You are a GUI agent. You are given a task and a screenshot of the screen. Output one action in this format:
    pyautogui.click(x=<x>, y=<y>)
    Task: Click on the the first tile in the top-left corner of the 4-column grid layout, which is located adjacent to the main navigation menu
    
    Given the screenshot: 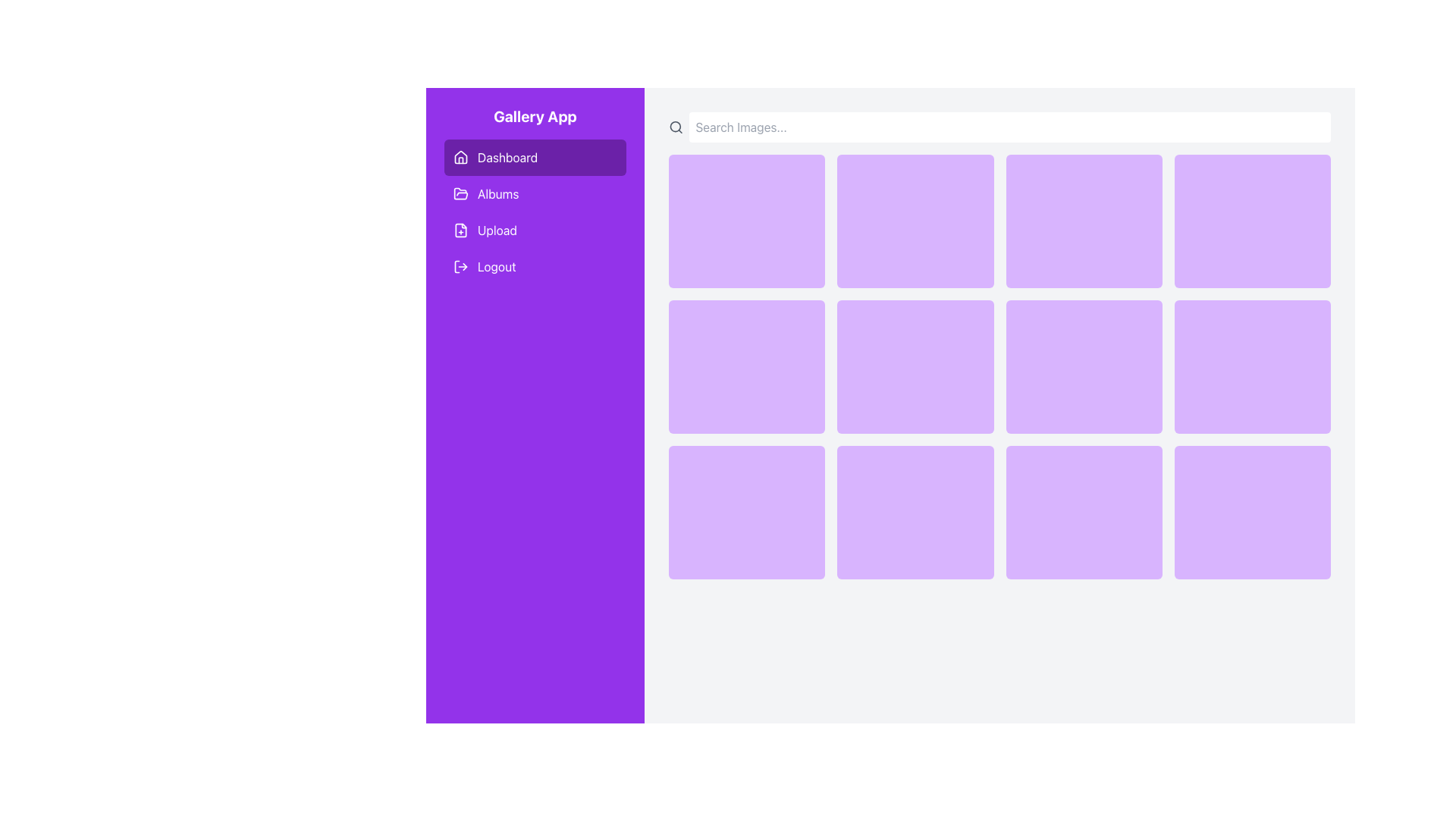 What is the action you would take?
    pyautogui.click(x=747, y=221)
    